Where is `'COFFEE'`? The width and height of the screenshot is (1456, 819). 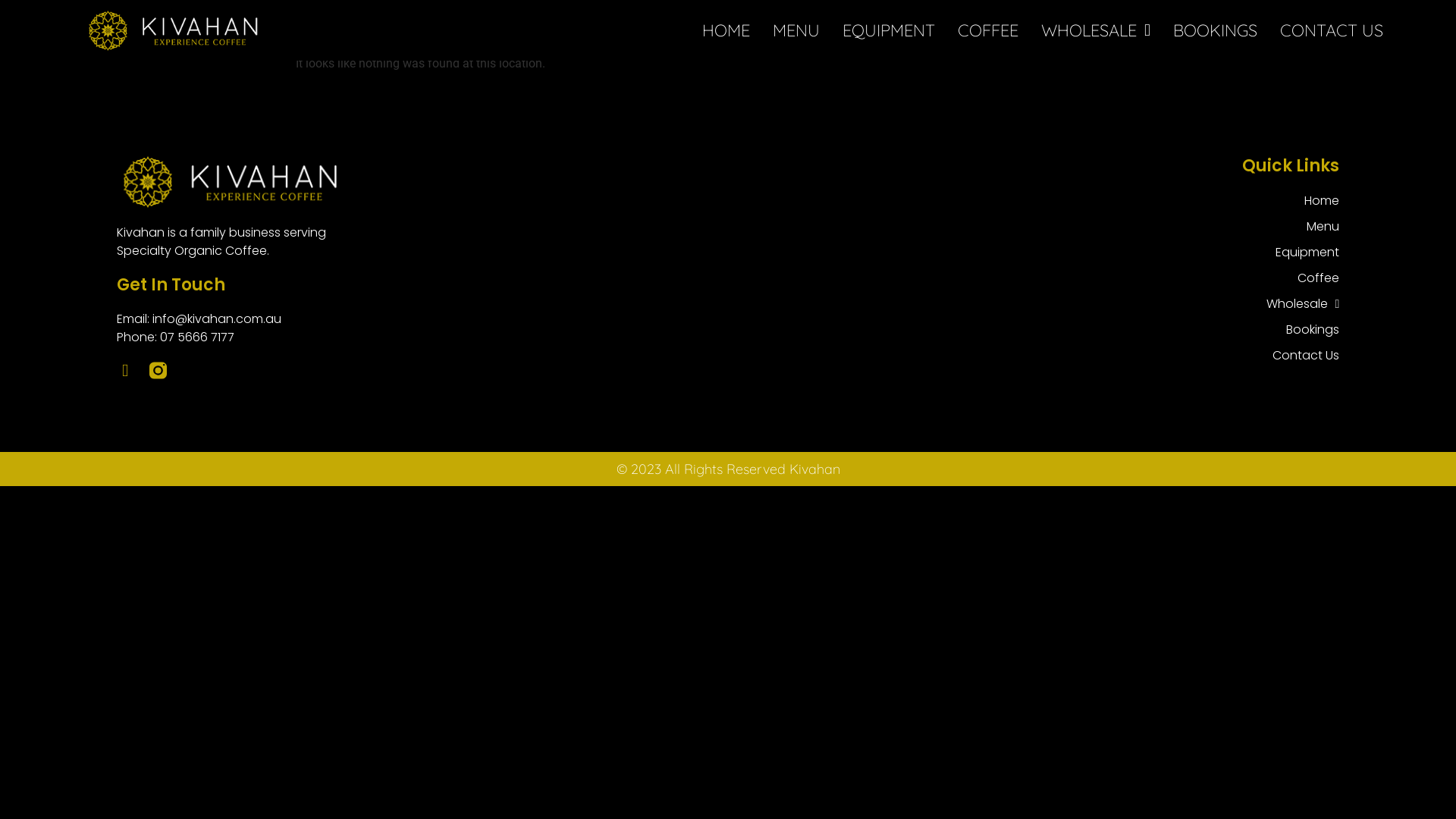 'COFFEE' is located at coordinates (987, 30).